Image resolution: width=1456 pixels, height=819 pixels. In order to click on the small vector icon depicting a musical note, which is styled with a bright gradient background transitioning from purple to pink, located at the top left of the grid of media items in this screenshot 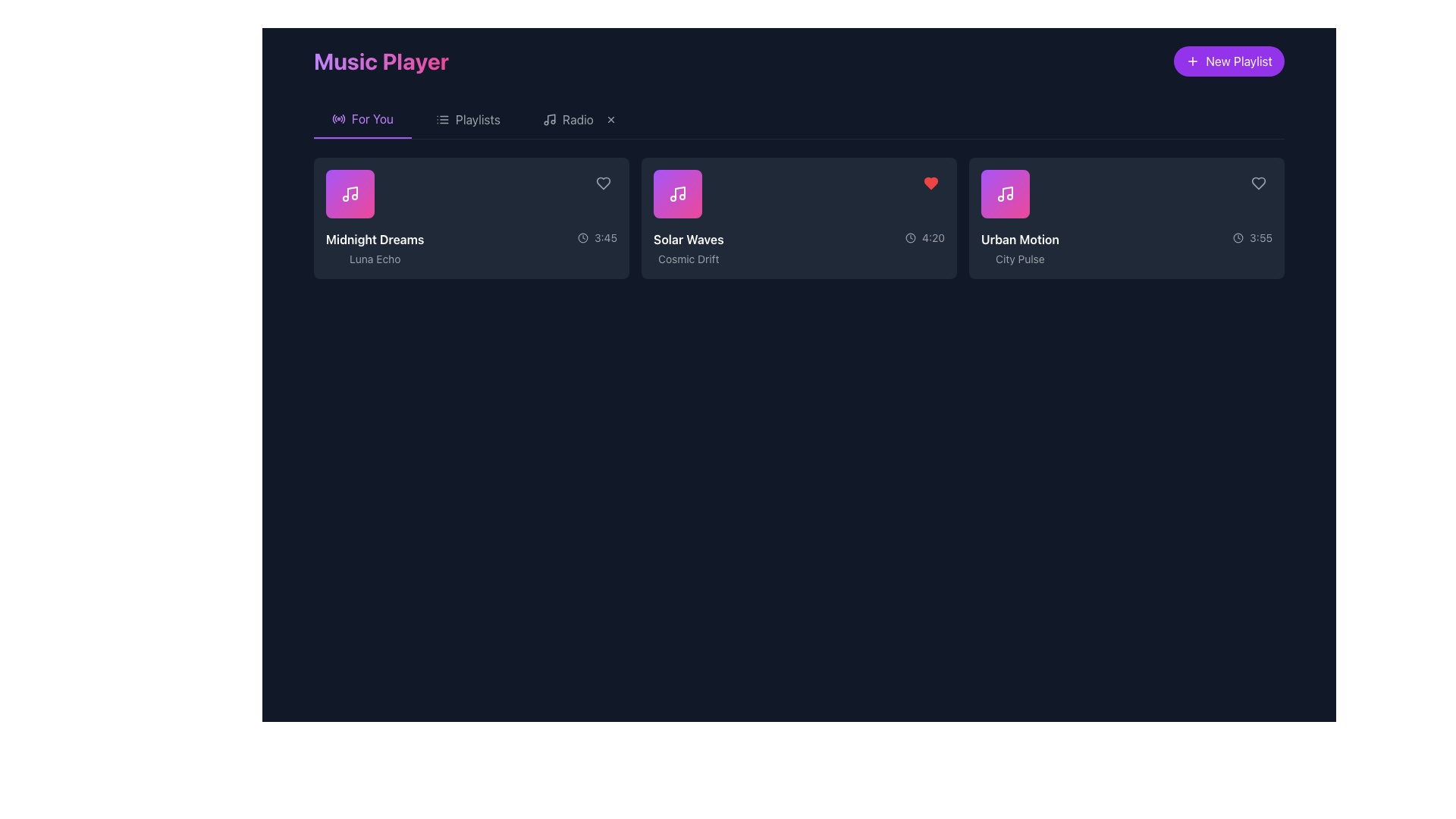, I will do `click(349, 193)`.